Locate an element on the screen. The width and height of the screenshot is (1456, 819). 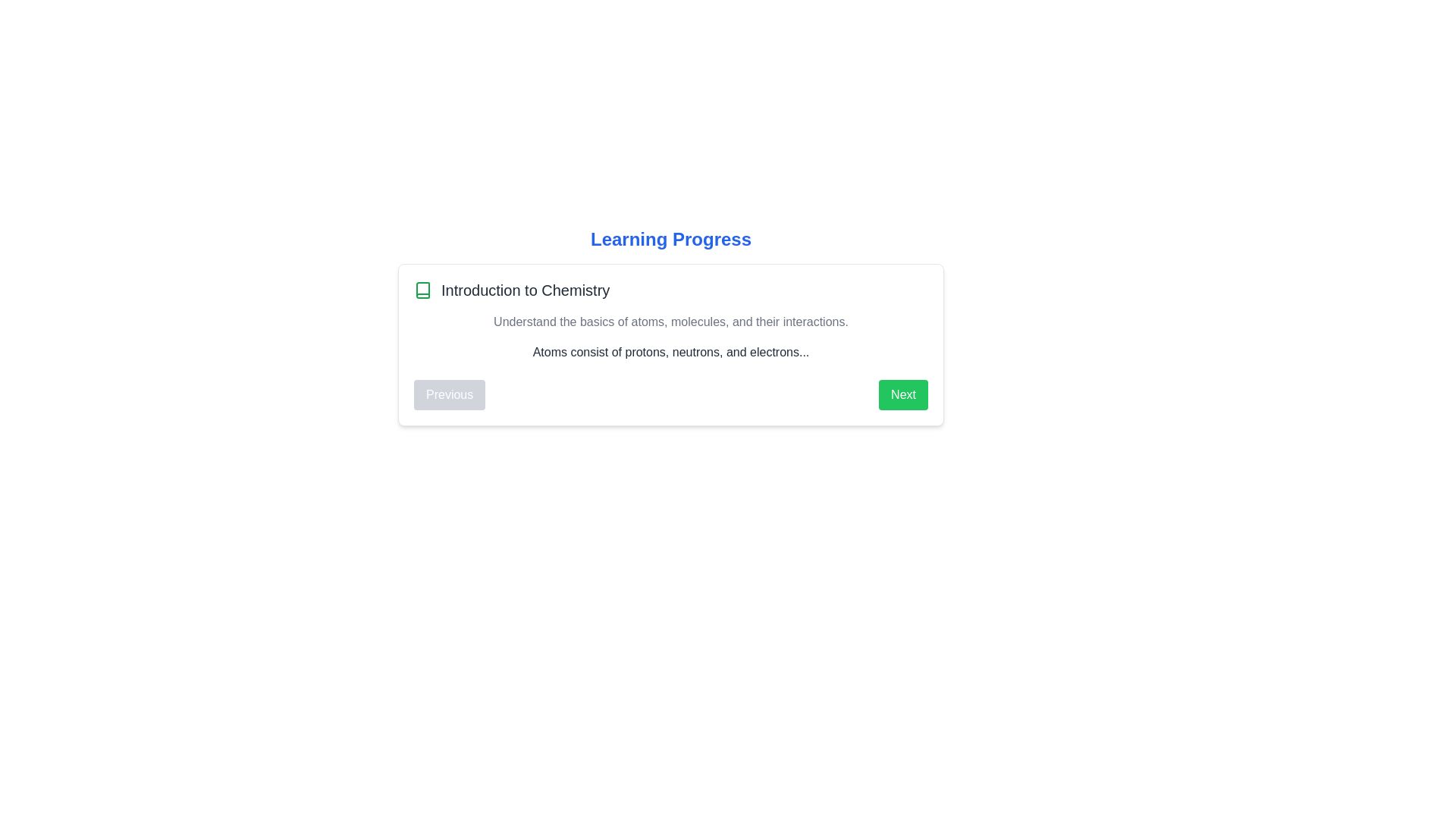
text block that serves as a descriptive introduction in the chemistry section, located within a bordered, rounded, and shadowed card layout, positioned below the 'Introduction to Chemistry' title is located at coordinates (670, 321).